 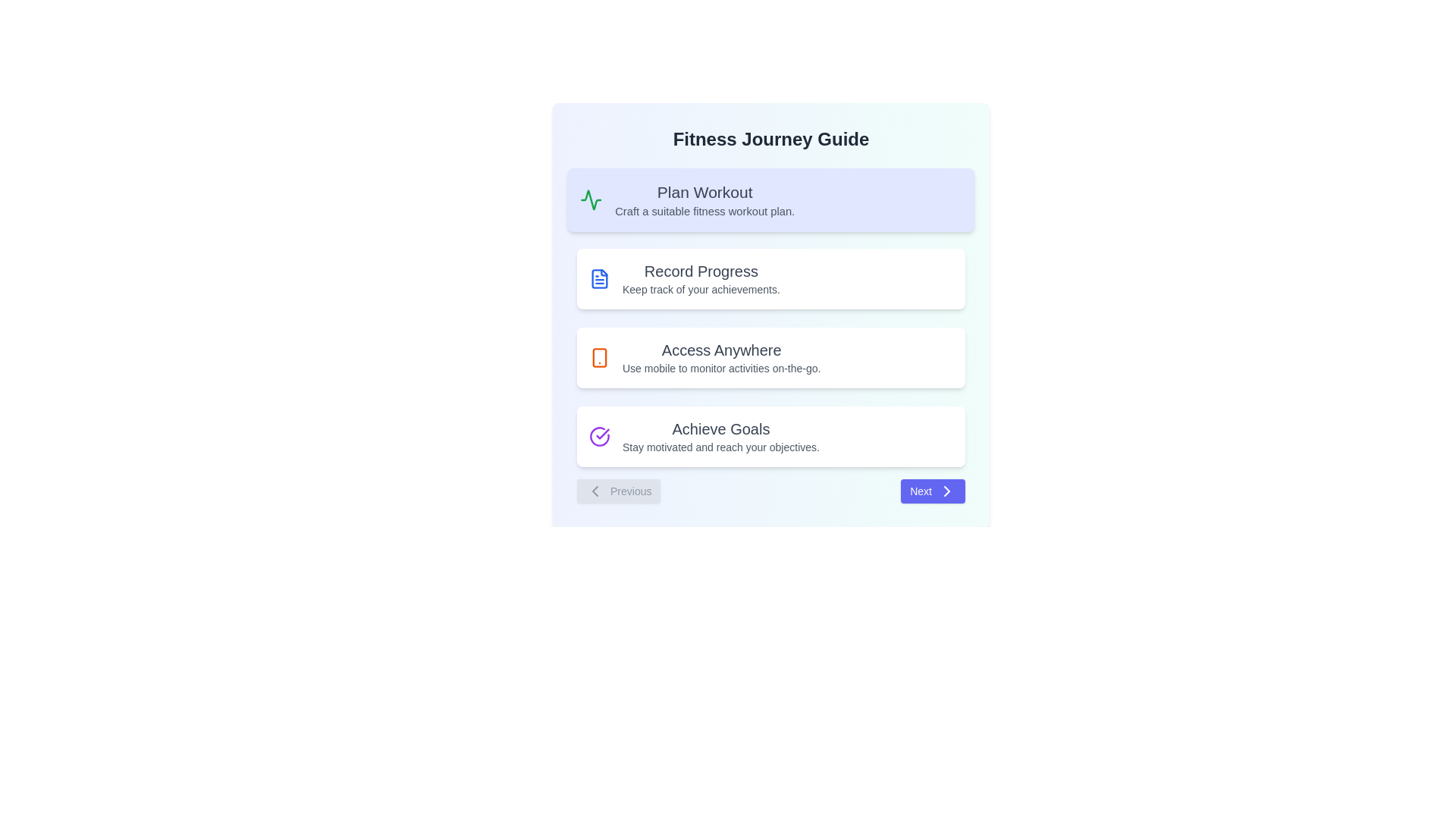 I want to click on the Informative Text Block labeled 'Record Progress' which contains two lines of text: 'Record Progress' and 'Keep track of your achievements.', so click(x=700, y=278).